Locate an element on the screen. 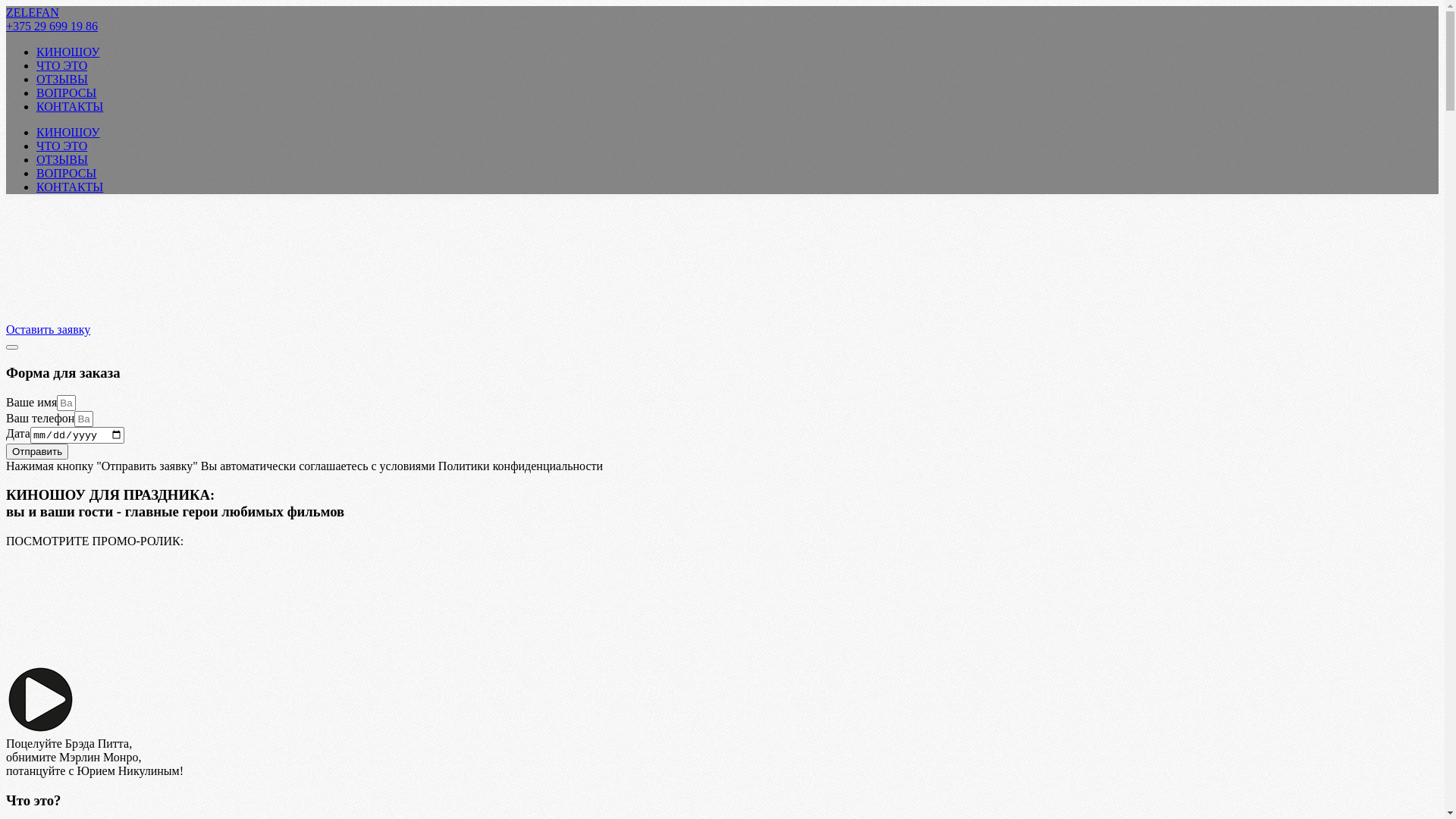 Image resolution: width=1456 pixels, height=819 pixels. 'ZELEFAN' is located at coordinates (33, 12).